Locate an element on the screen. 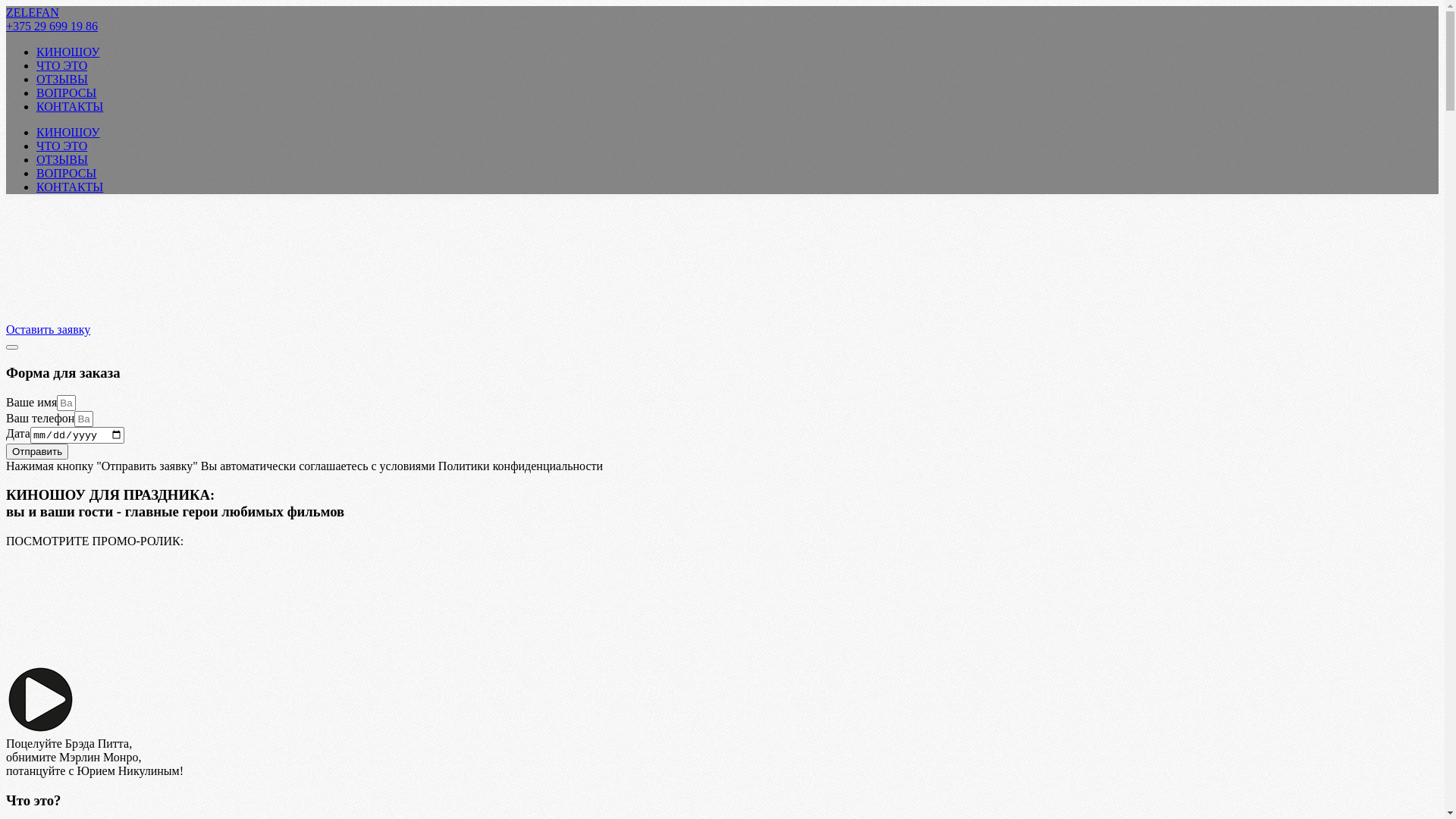 Image resolution: width=1456 pixels, height=819 pixels. 'ZELEFAN' is located at coordinates (33, 12).